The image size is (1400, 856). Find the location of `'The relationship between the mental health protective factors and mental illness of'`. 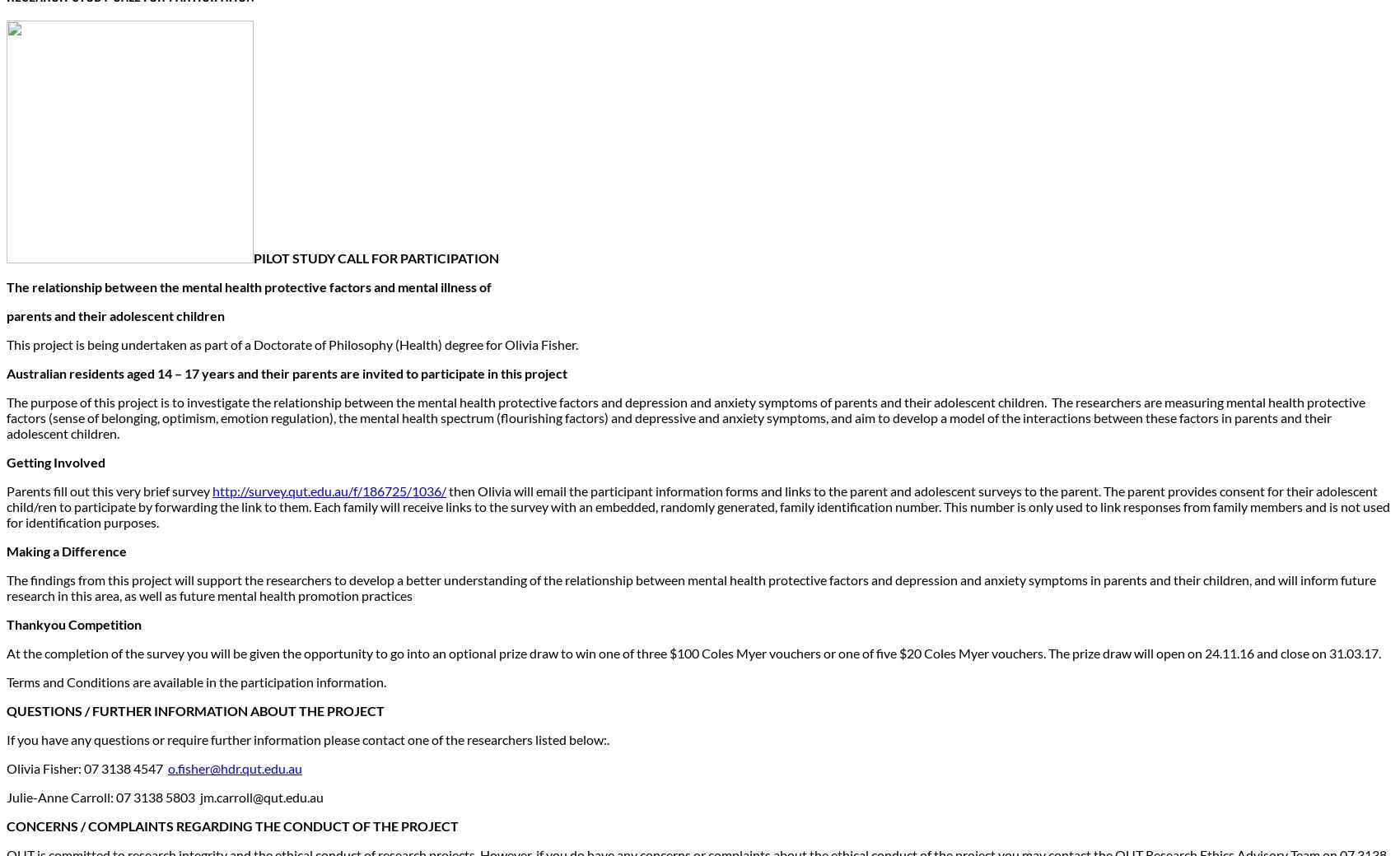

'The relationship between the mental health protective factors and mental illness of' is located at coordinates (6, 286).